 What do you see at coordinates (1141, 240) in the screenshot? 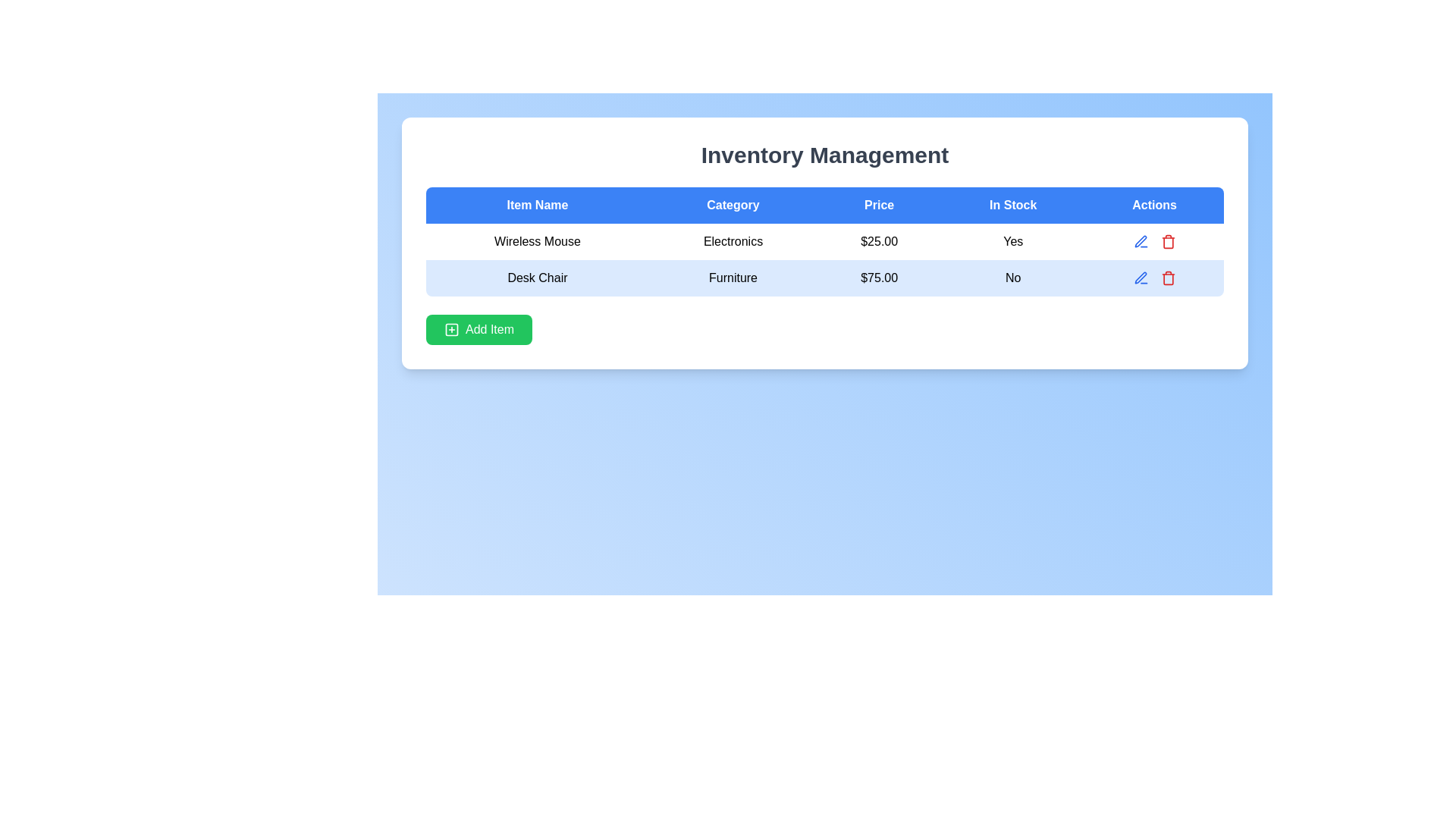
I see `the edit button located in the 'Actions' column of the second row of the table, which is to the left of the delete icon and aligned with the text 'Desk Chair'` at bounding box center [1141, 240].